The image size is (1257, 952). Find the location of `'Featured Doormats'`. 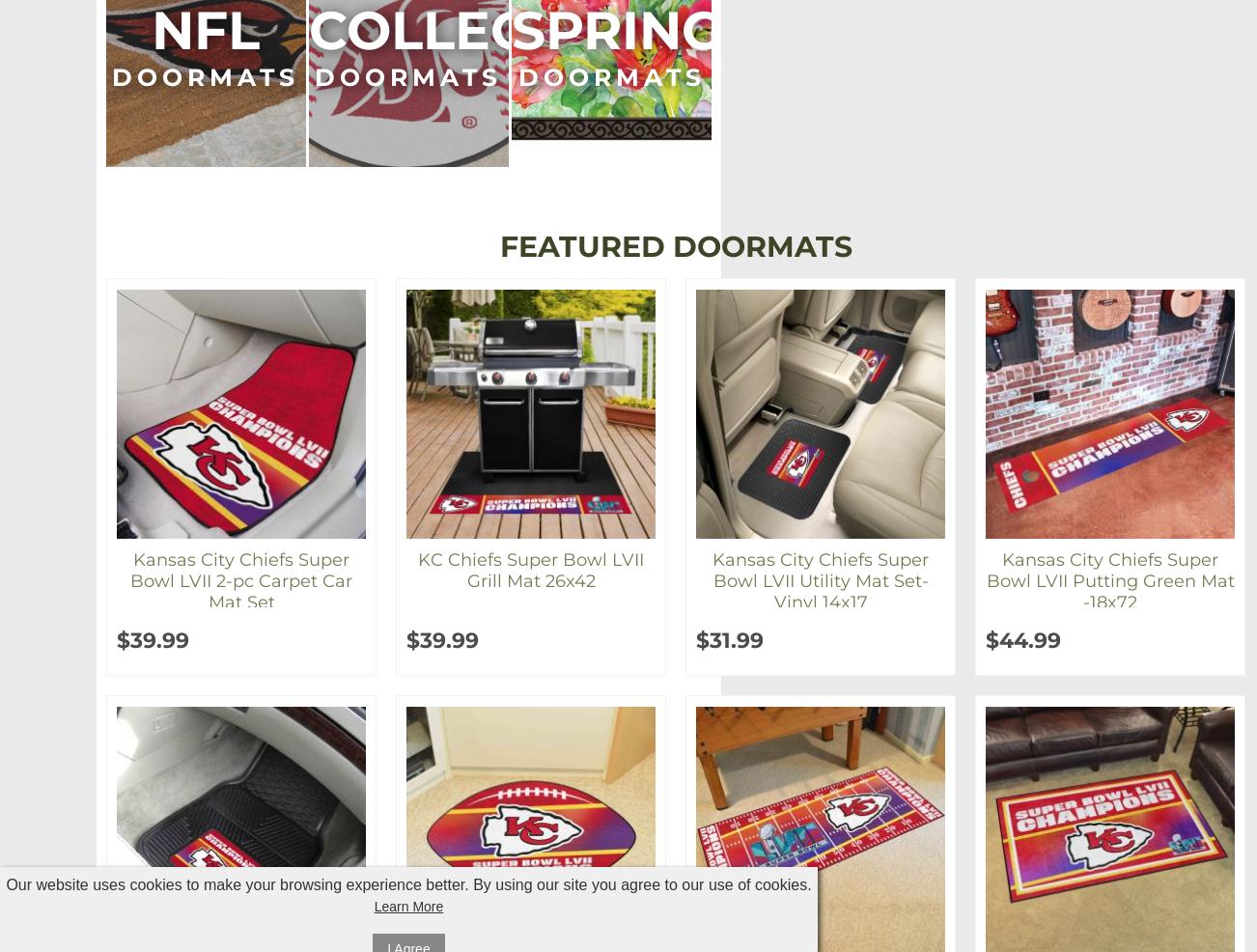

'Featured Doormats' is located at coordinates (675, 246).